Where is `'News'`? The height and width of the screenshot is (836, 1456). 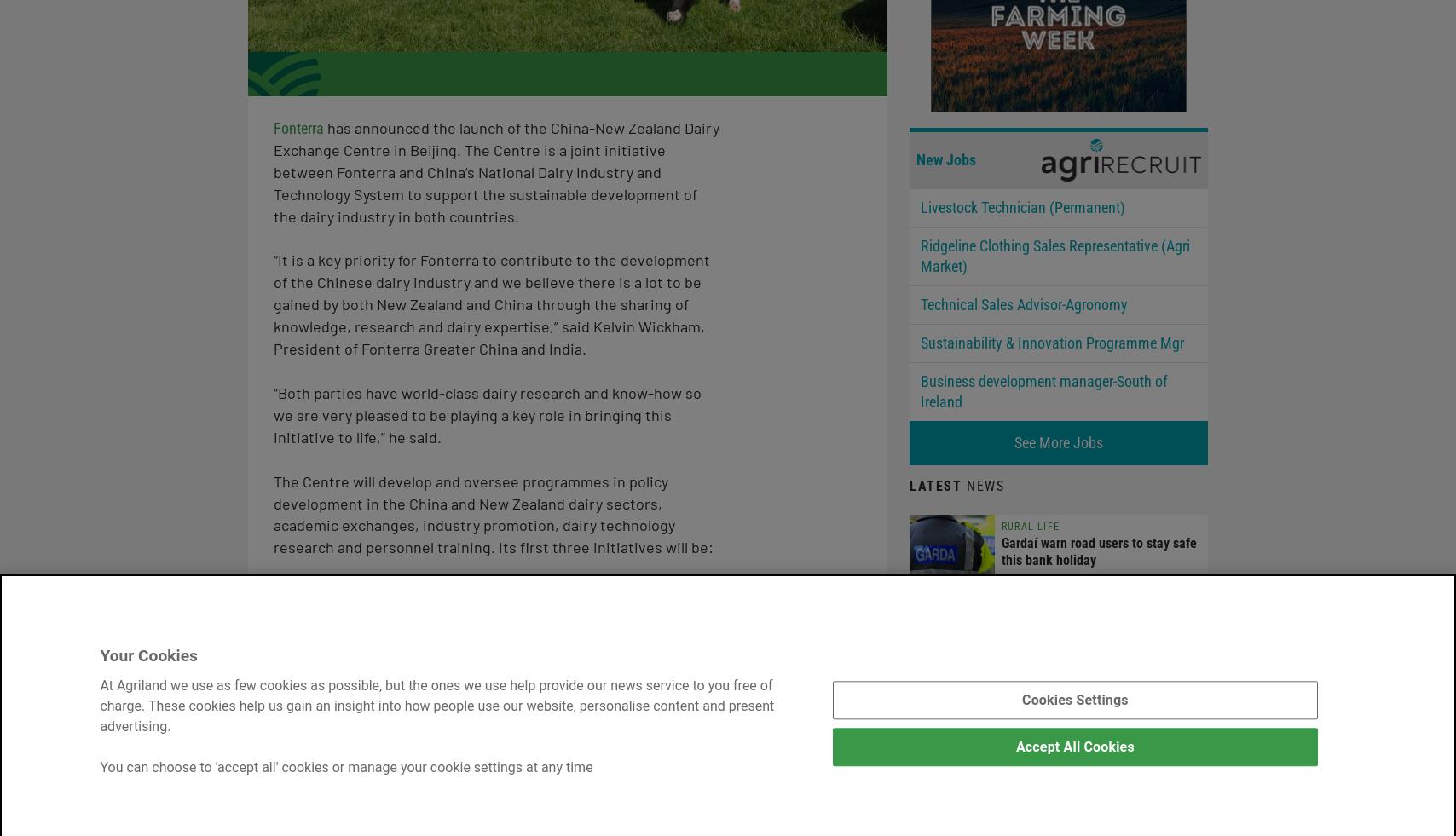
'News' is located at coordinates (983, 485).